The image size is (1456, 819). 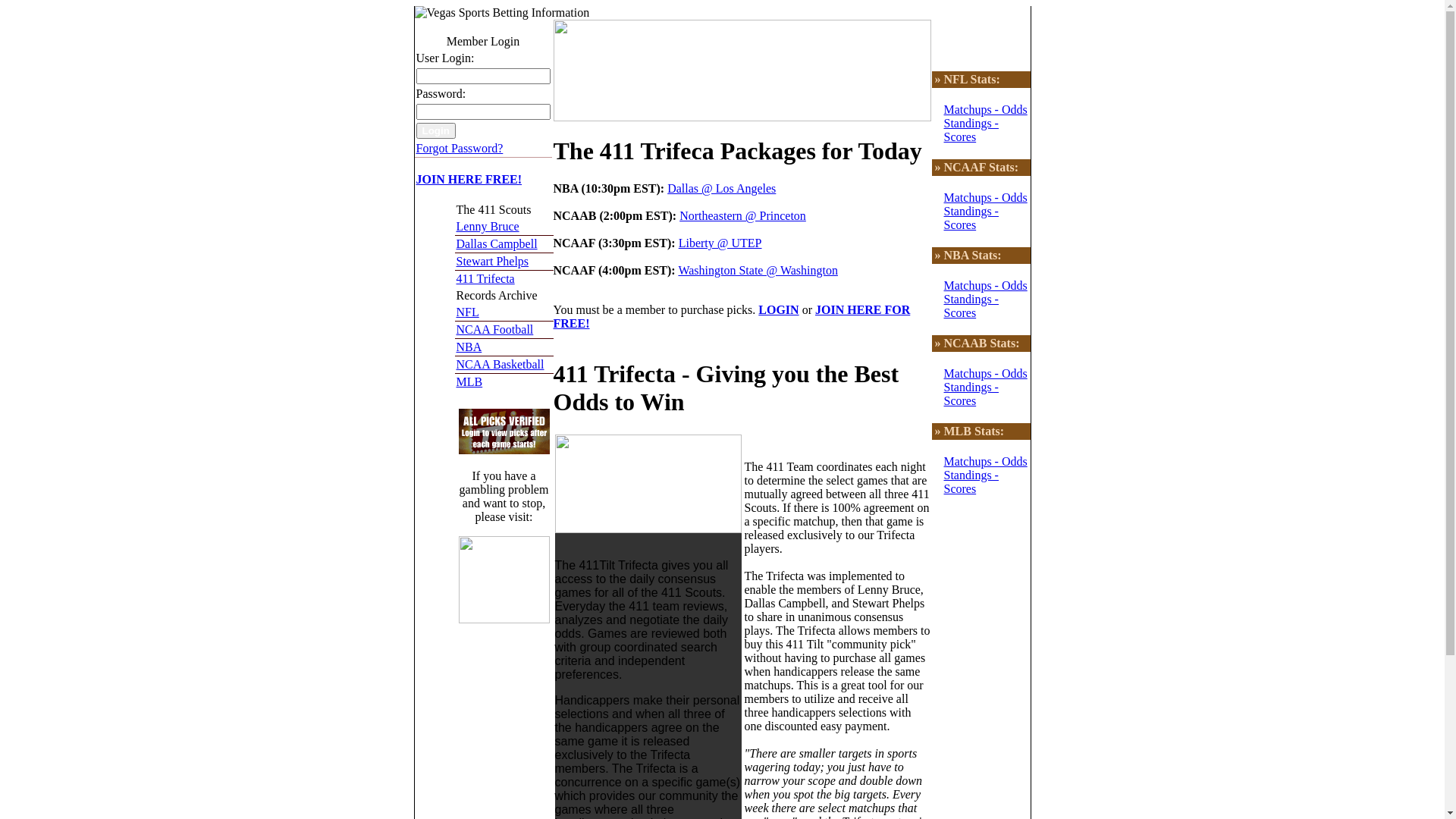 What do you see at coordinates (492, 260) in the screenshot?
I see `'Stewart Phelps'` at bounding box center [492, 260].